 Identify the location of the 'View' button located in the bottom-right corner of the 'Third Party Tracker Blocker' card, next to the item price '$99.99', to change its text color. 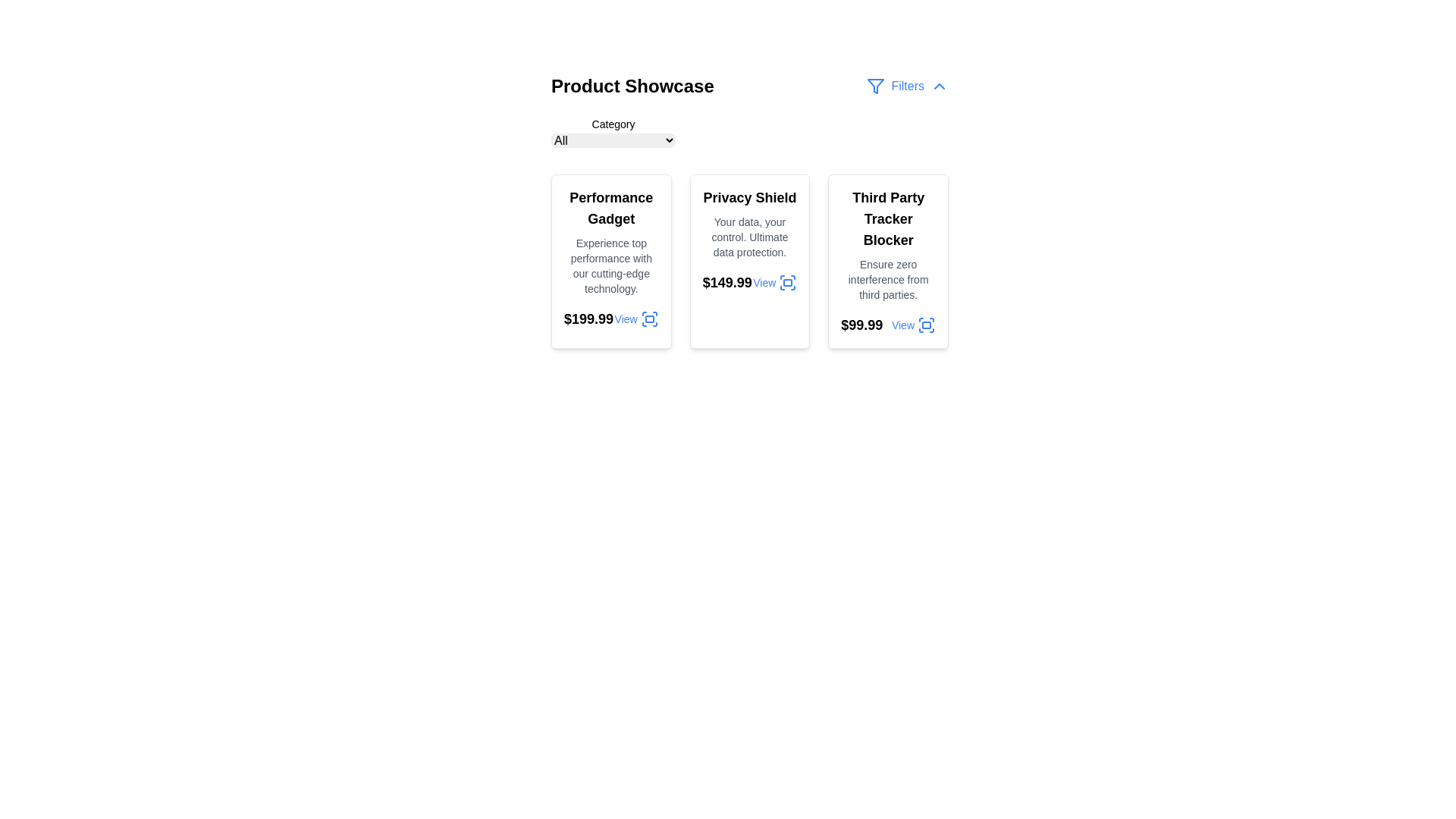
(912, 324).